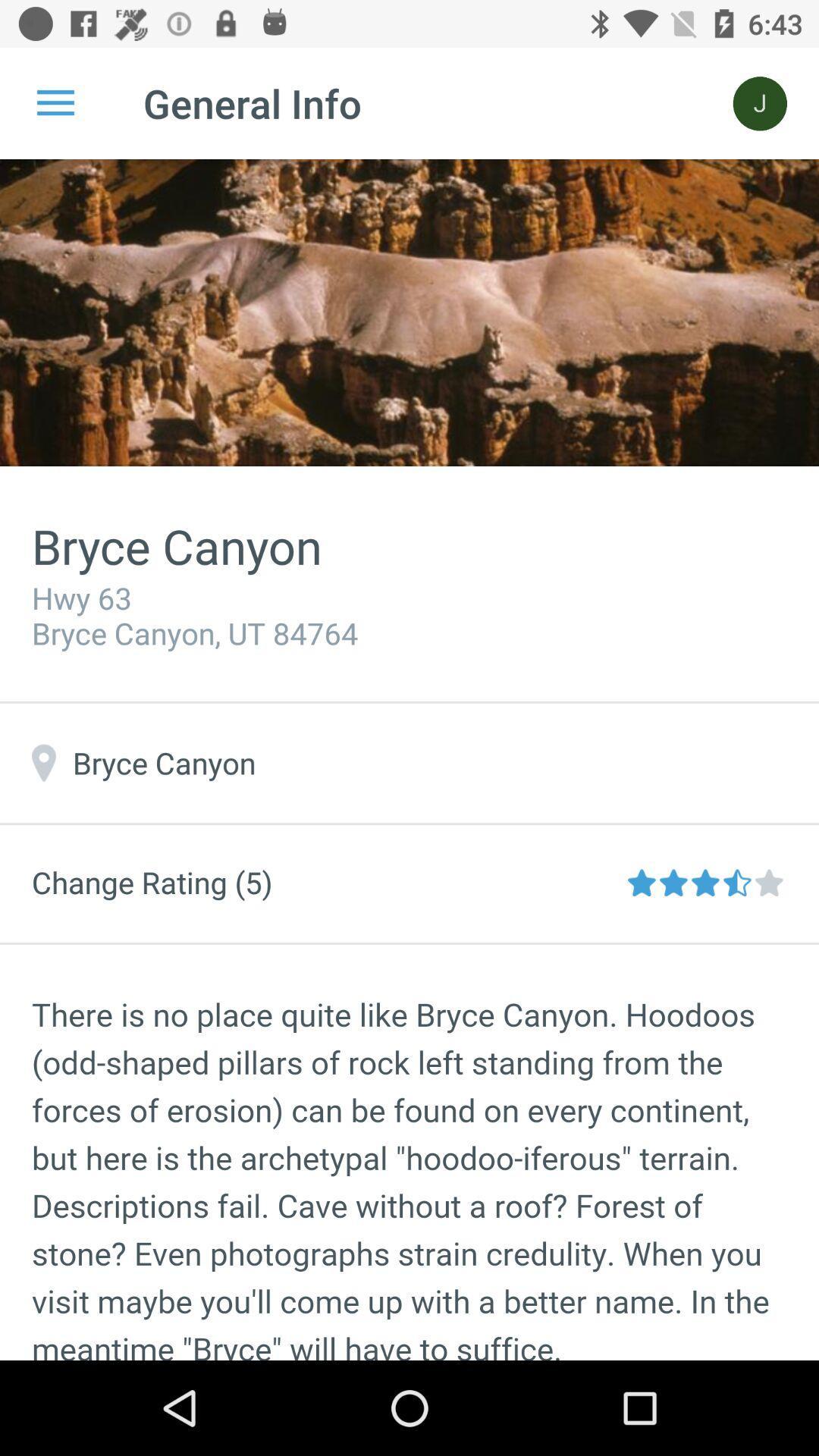  I want to click on the item at the top right corner, so click(760, 102).